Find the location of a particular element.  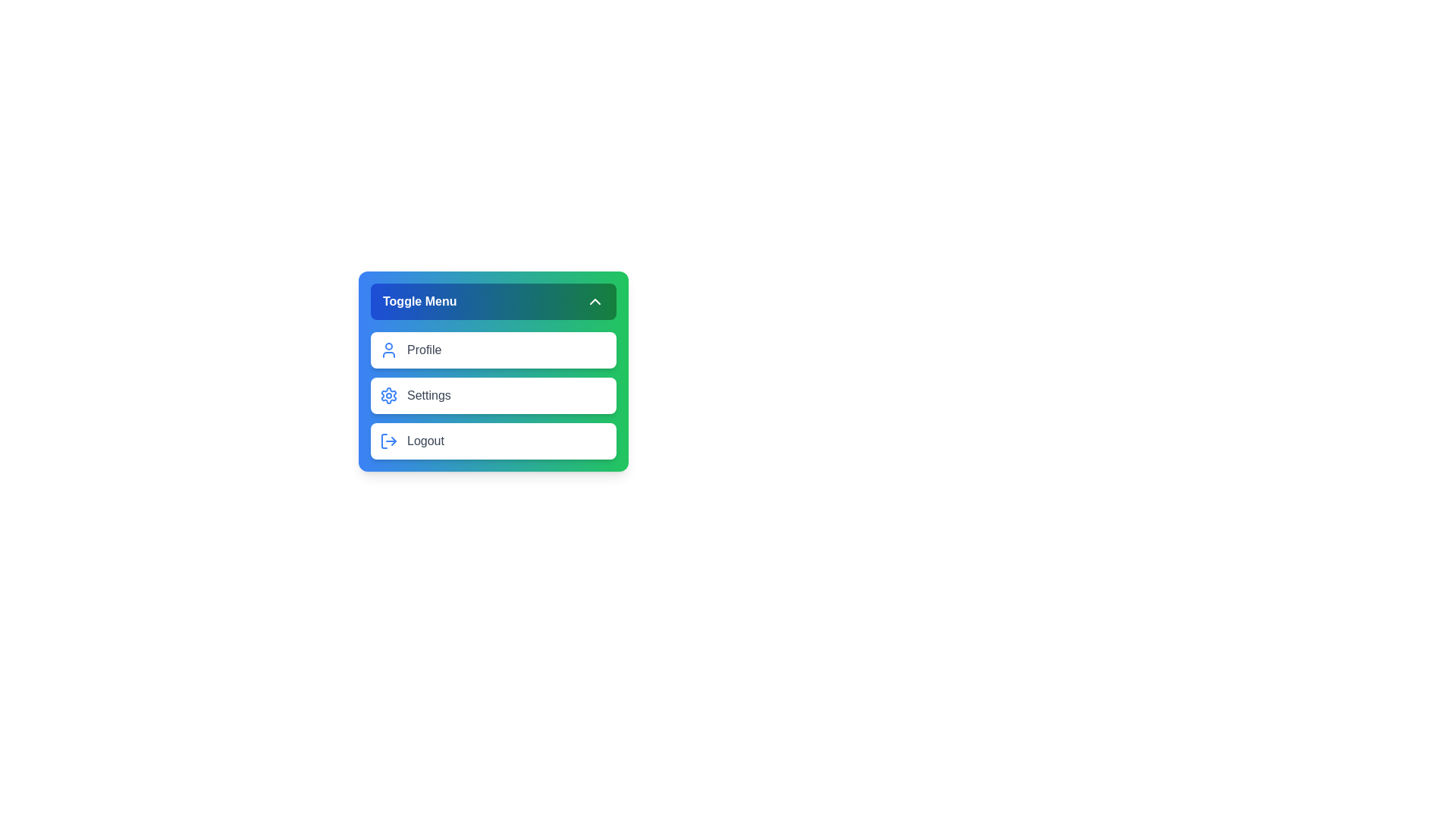

the menu item Logout to select it is located at coordinates (494, 441).